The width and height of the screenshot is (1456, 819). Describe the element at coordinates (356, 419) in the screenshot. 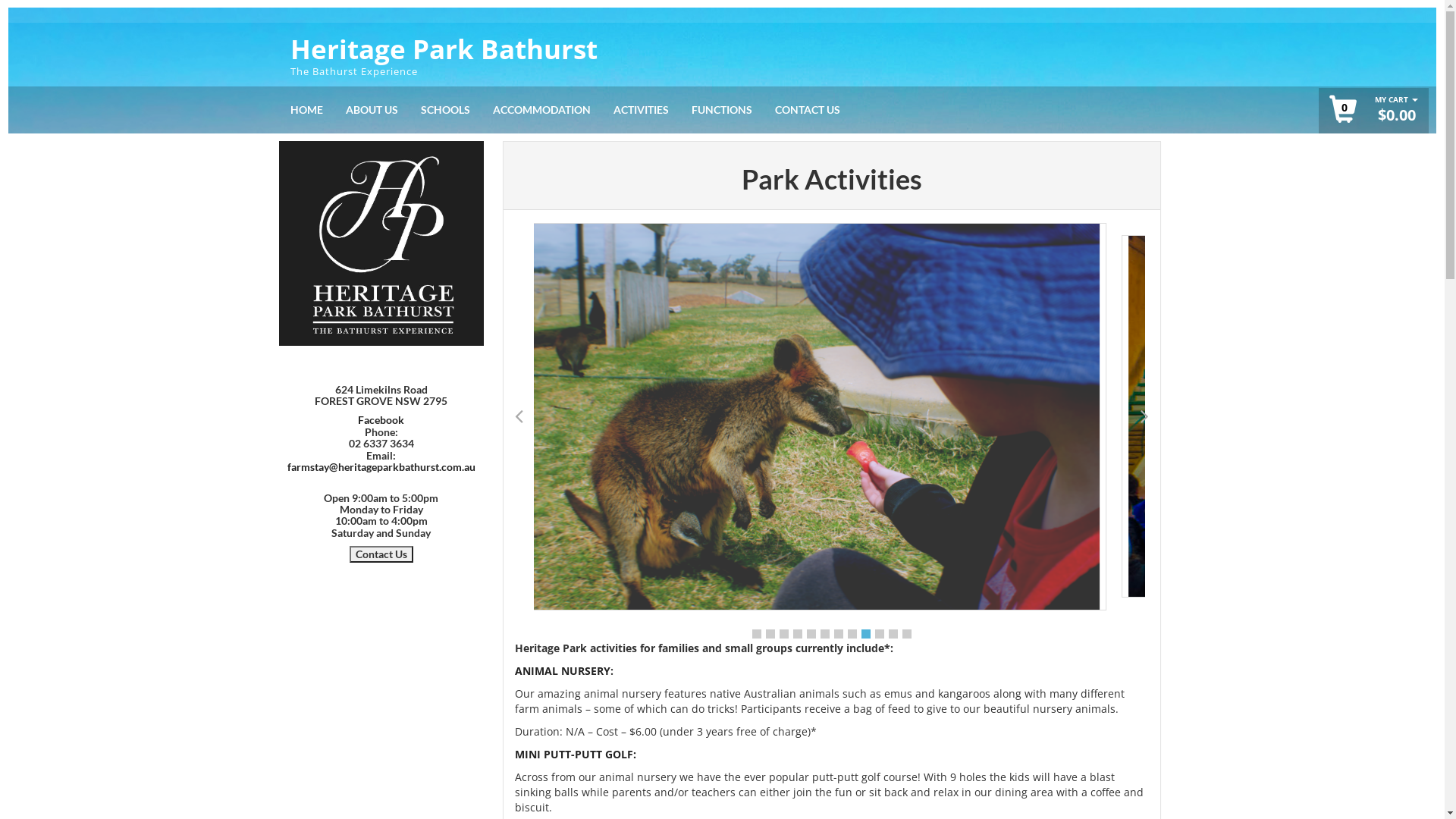

I see `'Facebook'` at that location.